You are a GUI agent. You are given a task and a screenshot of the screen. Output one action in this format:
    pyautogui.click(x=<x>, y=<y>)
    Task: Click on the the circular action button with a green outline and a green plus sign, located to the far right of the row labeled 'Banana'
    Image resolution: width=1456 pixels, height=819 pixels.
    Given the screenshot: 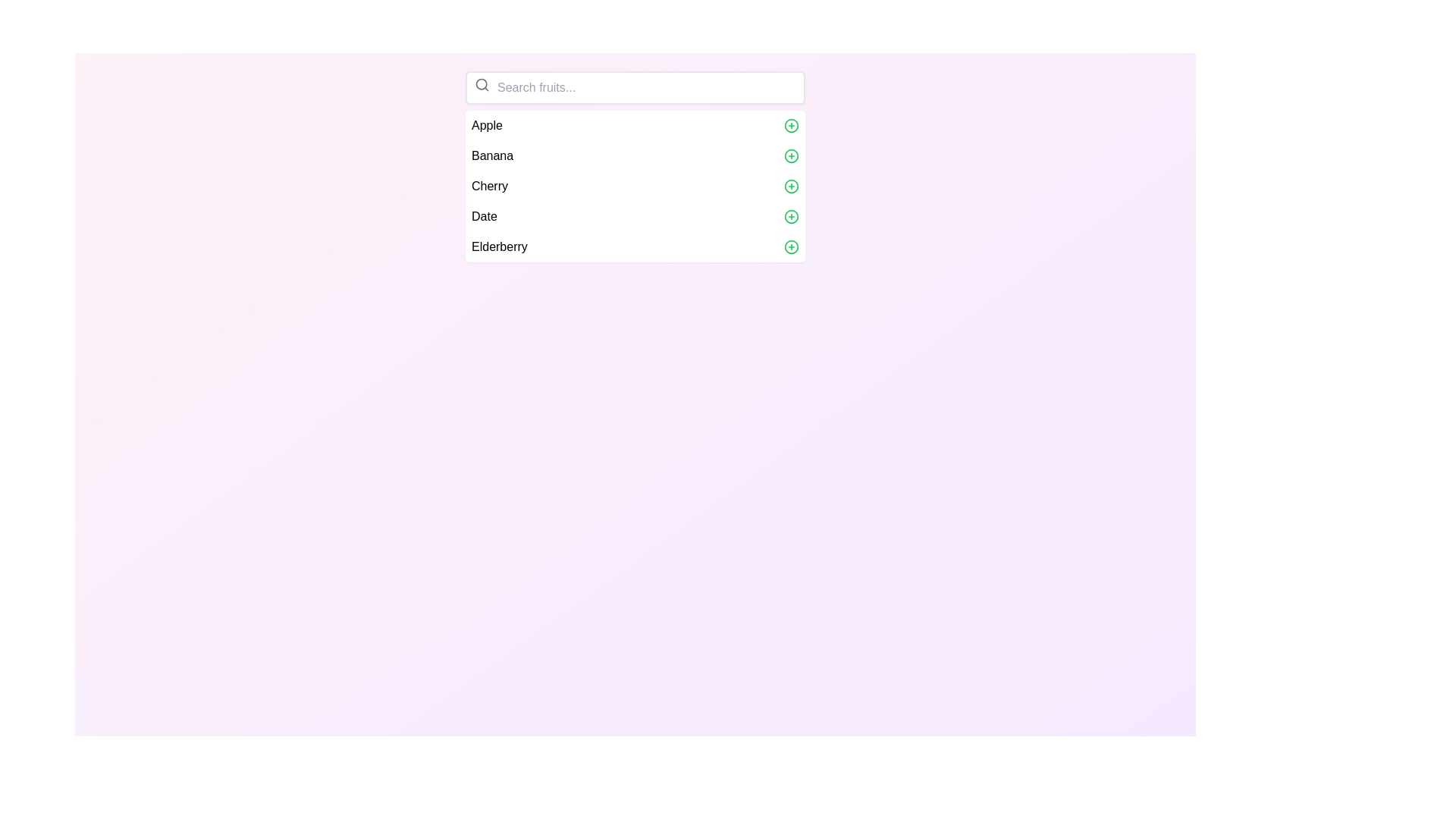 What is the action you would take?
    pyautogui.click(x=790, y=155)
    